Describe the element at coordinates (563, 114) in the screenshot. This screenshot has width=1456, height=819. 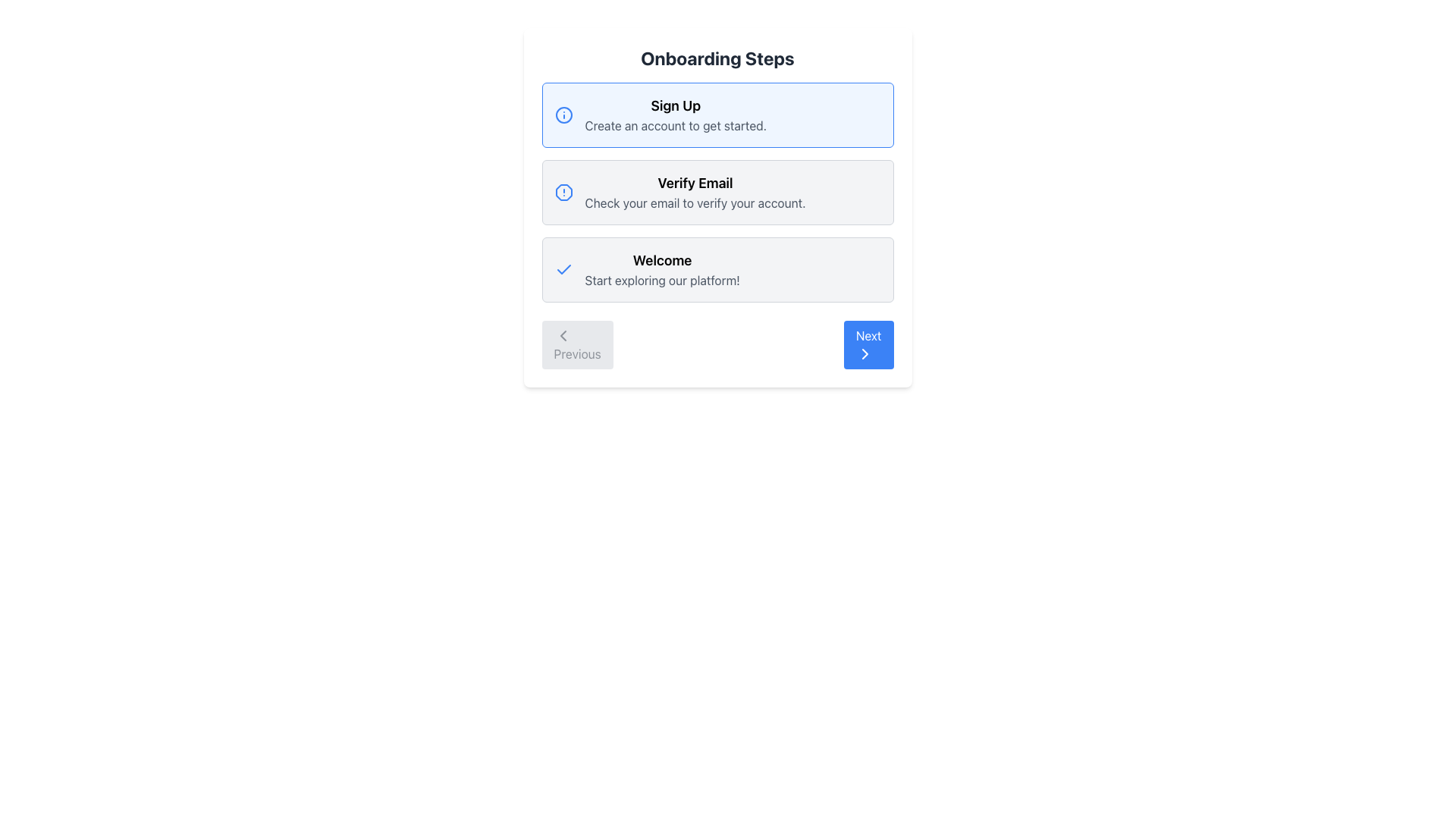
I see `the circular icon with a blue border and a small blue dot at its center, located to the left of the 'Sign Up' text in the onboarding steps UI` at that location.